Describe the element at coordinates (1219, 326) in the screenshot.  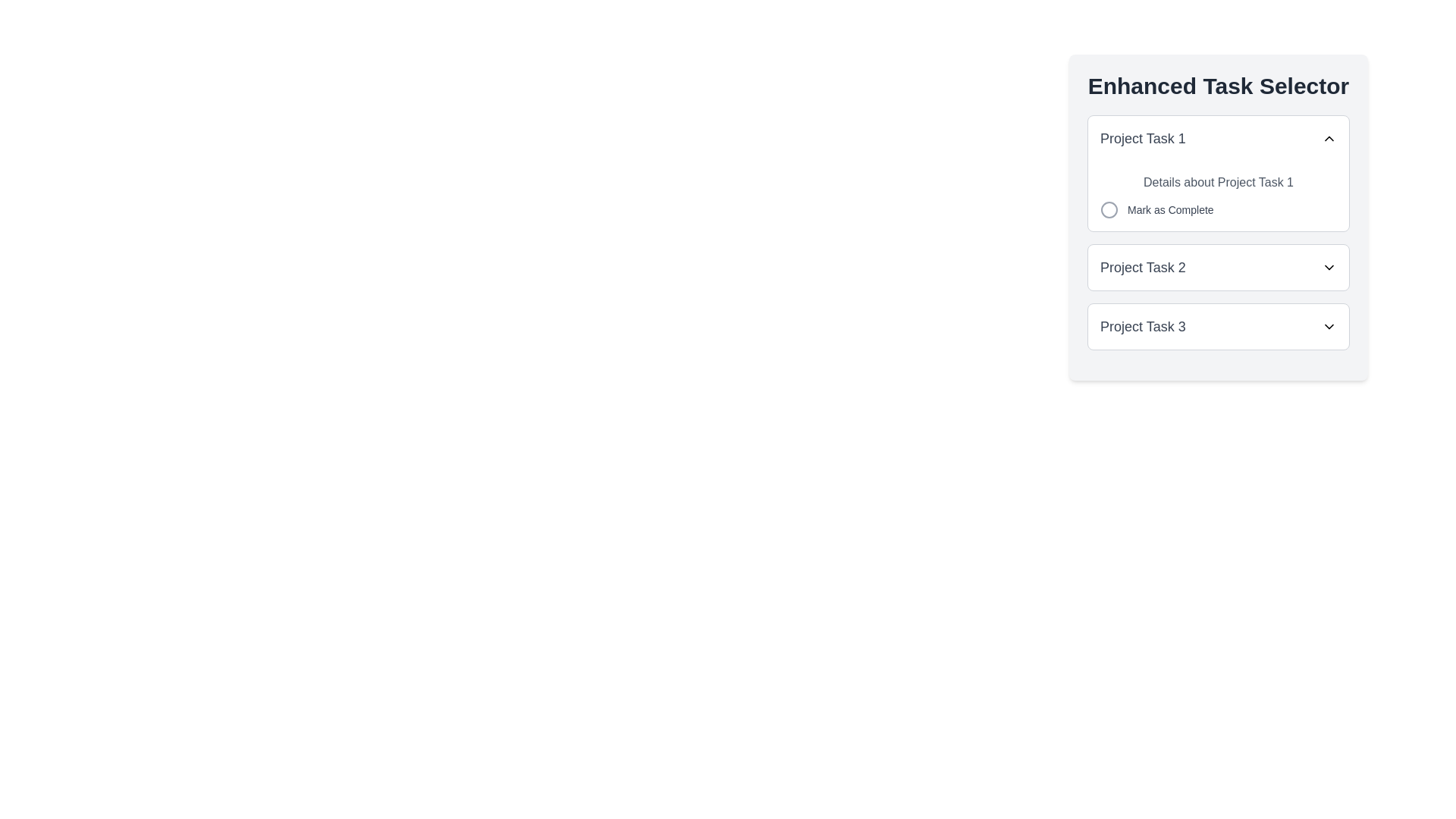
I see `the arrow` at that location.